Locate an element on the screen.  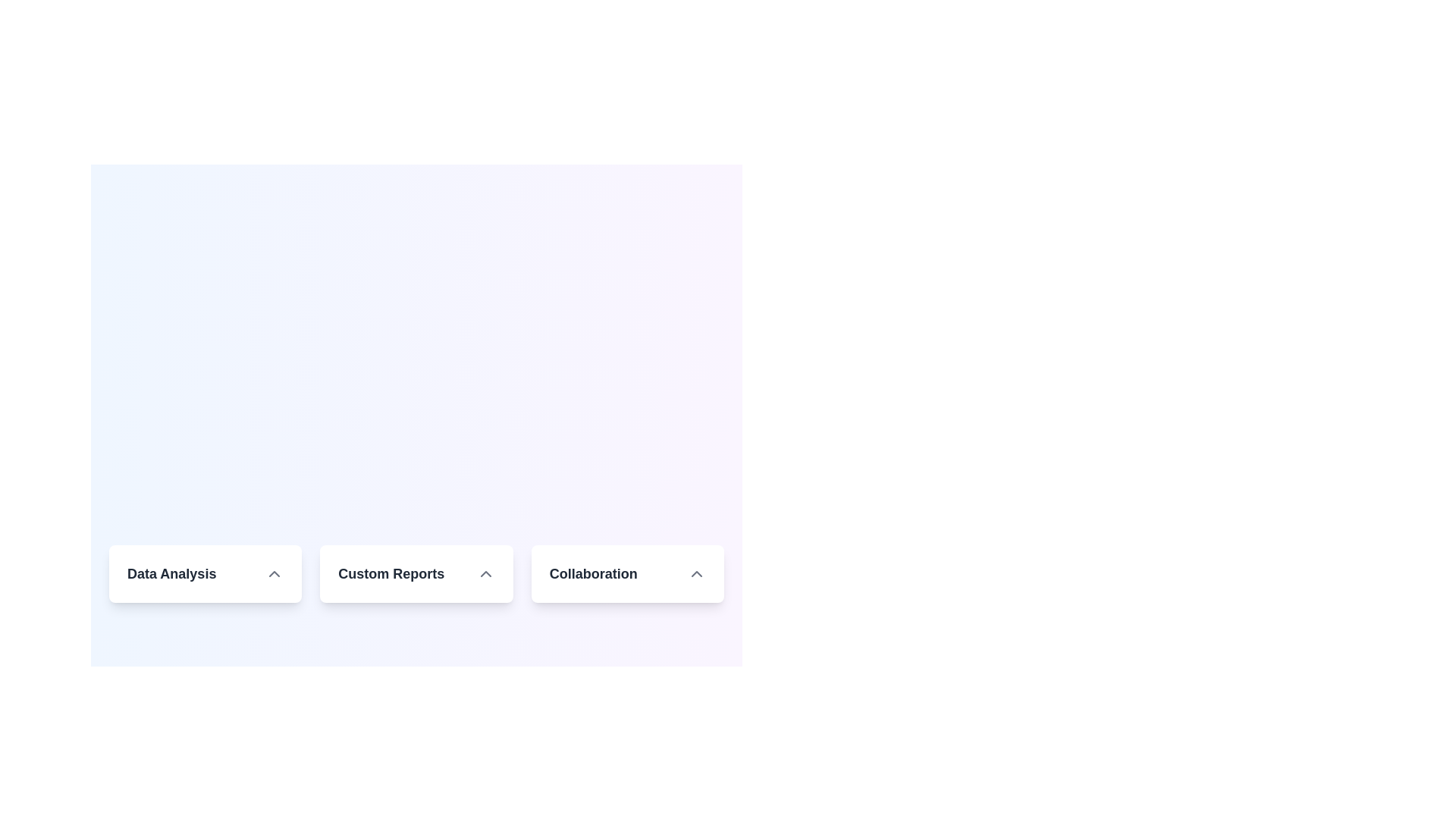
the 'Collaboration' label heading text which is bold and dark gray, located centrally within a card beside a chevron icon is located at coordinates (592, 573).